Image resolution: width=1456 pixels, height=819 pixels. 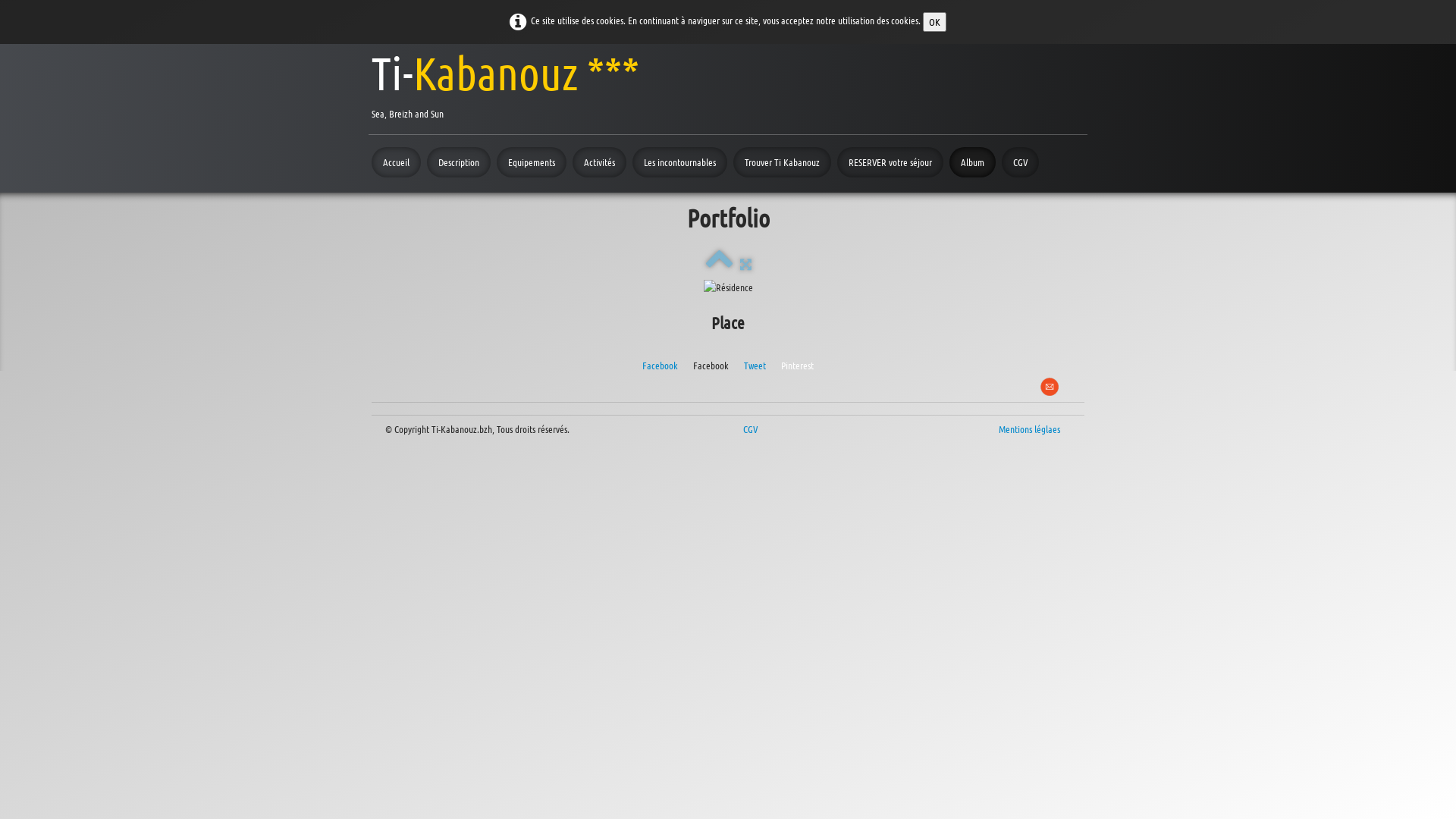 I want to click on 'Les incontournables', so click(x=679, y=162).